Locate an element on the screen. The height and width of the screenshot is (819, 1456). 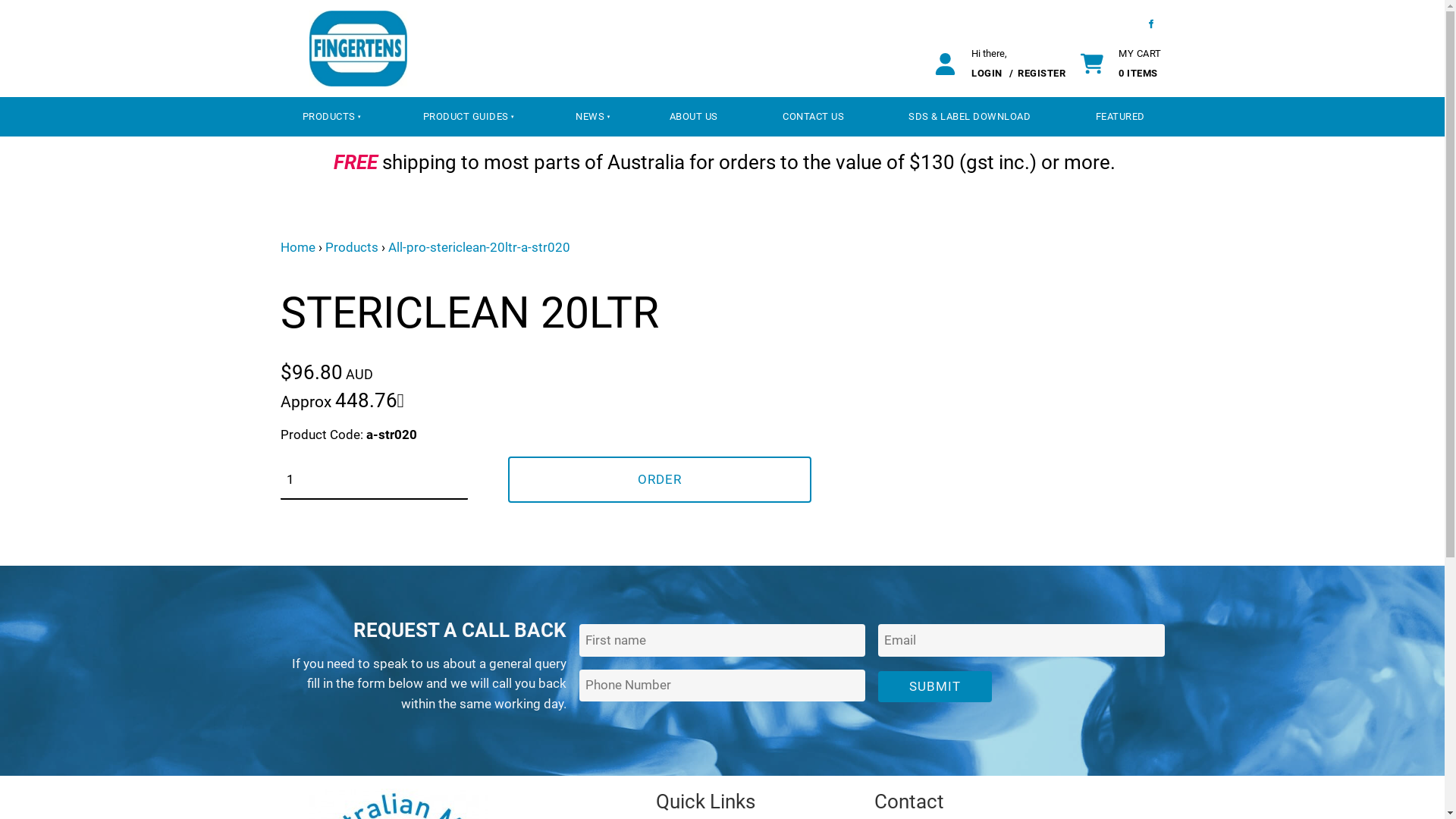
'PRODUCT GUIDES' is located at coordinates (463, 116).